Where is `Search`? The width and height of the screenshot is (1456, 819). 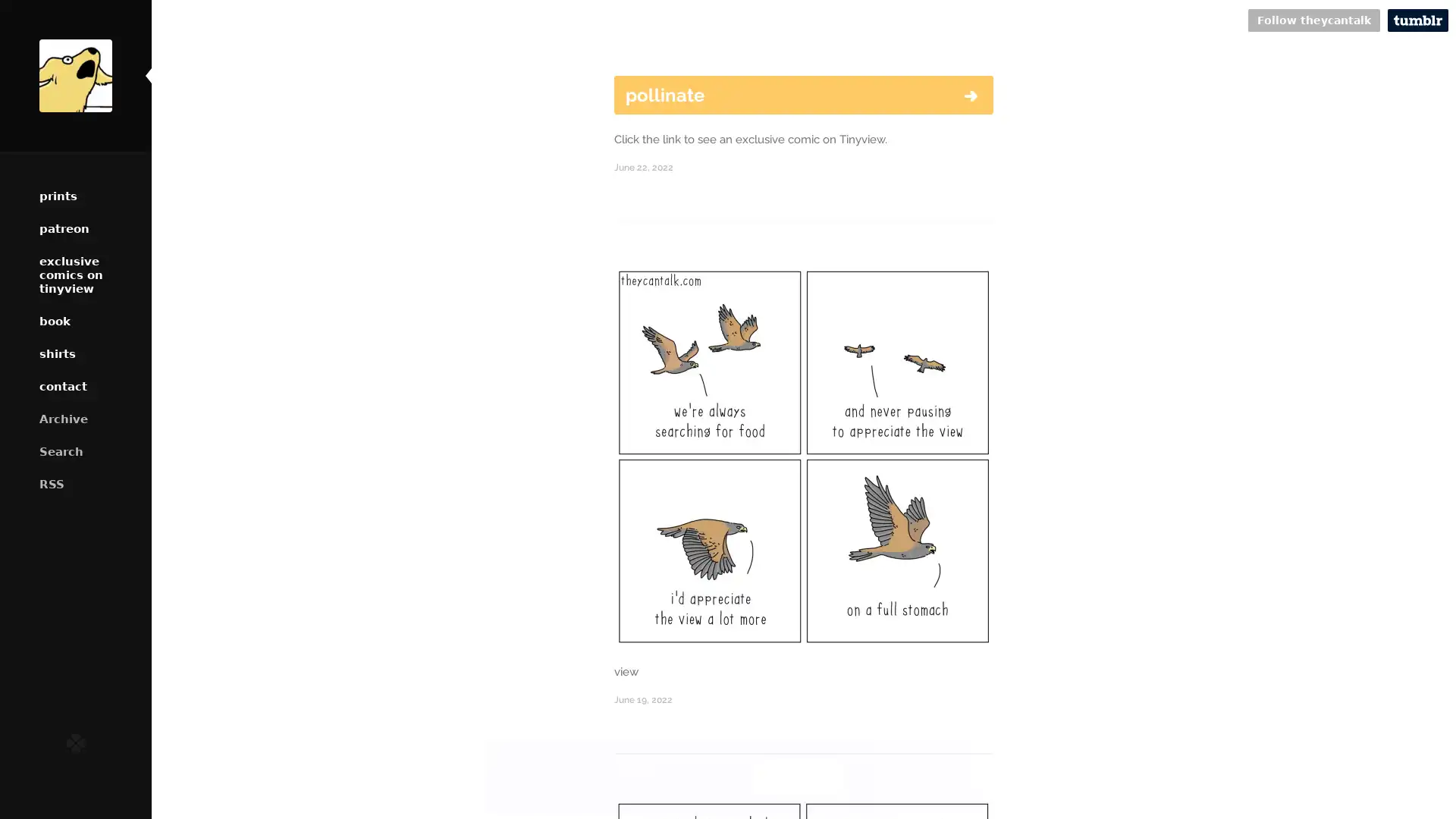
Search is located at coordinates (75, 451).